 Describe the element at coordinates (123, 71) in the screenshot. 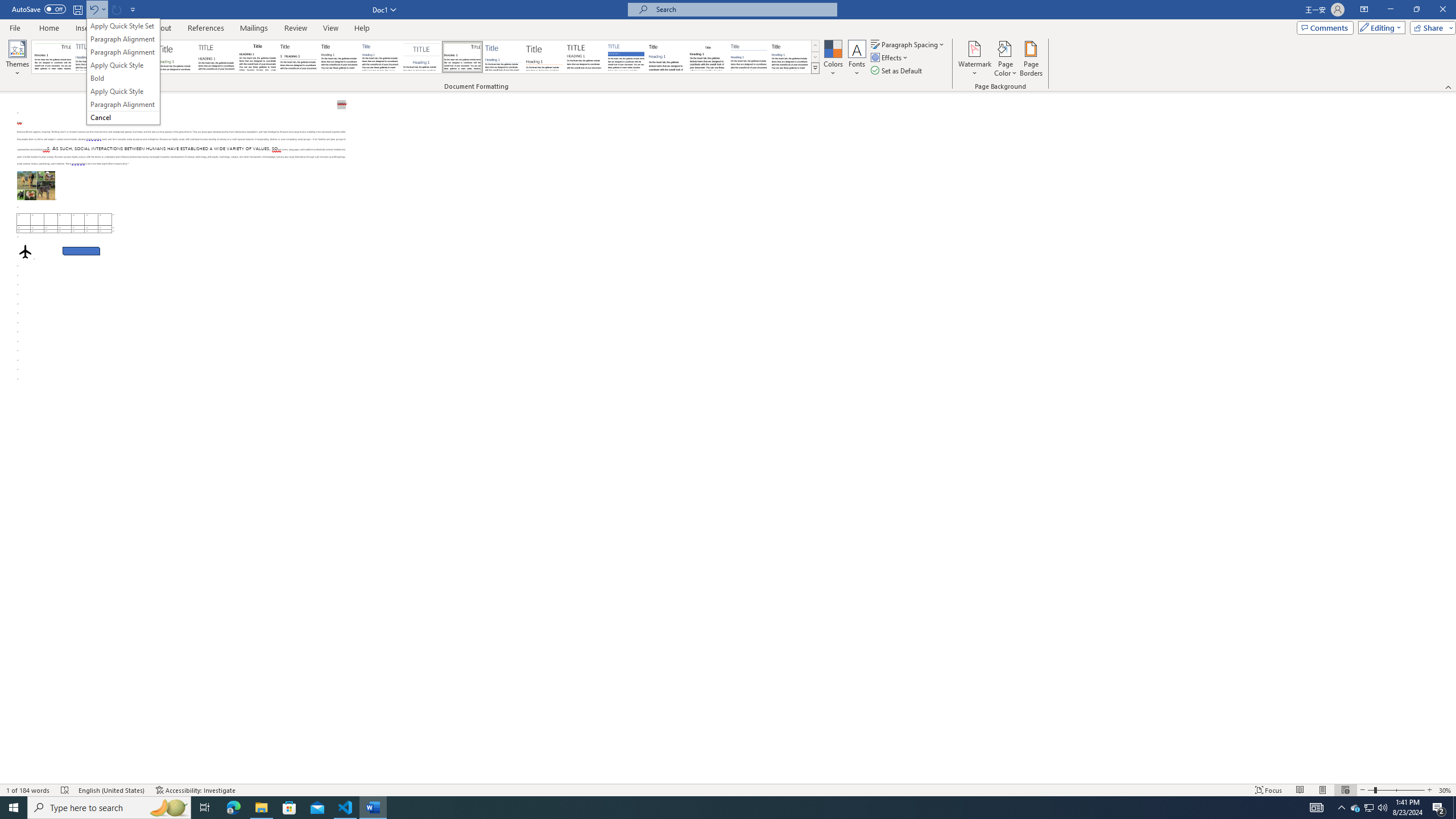

I see `'&Undo Apply Quick Style Set'` at that location.